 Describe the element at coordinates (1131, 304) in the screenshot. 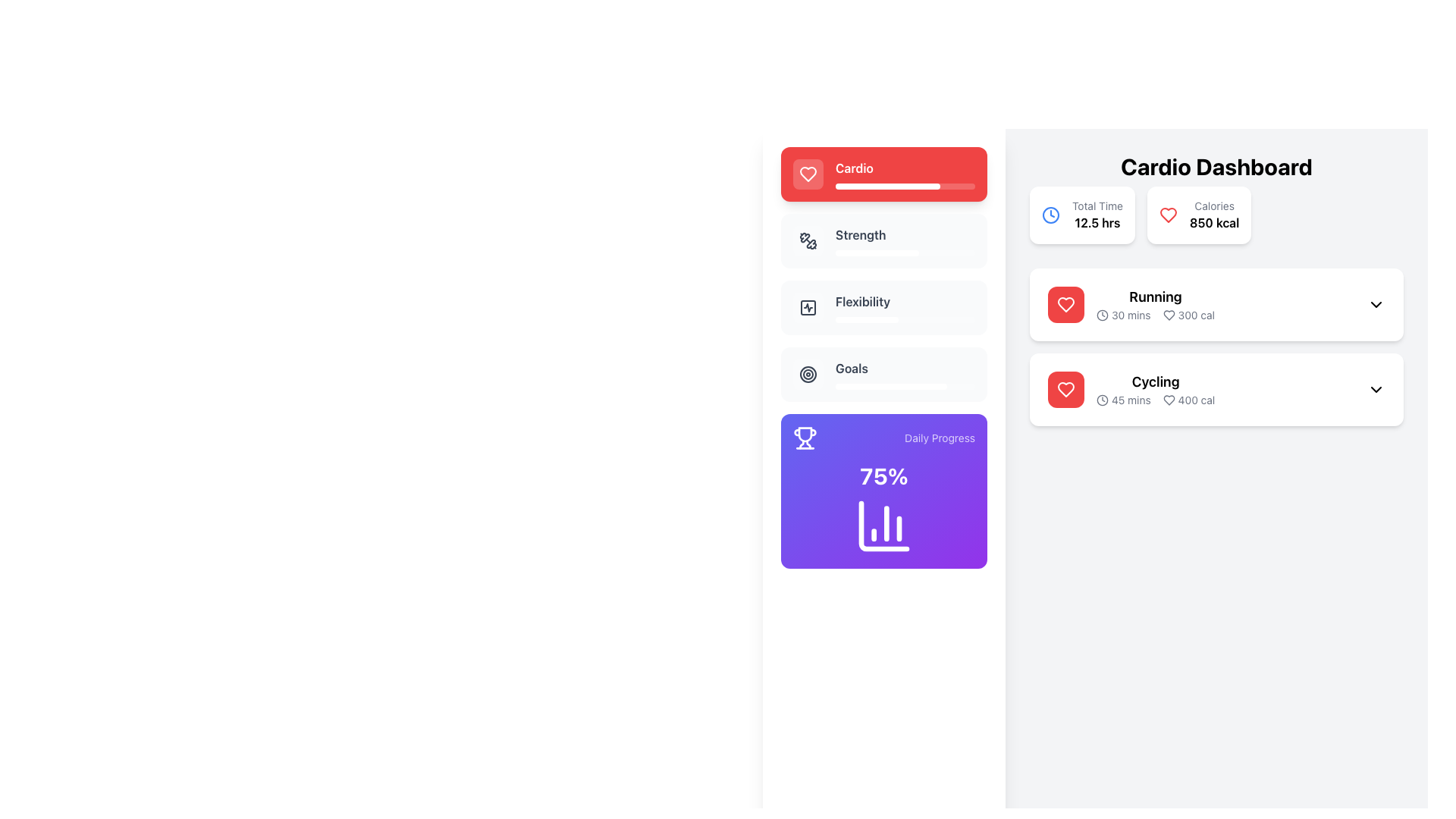

I see `the Information card that presents details about a specific cardio activity located in the upper right region of the Cardio Dashboard section` at that location.